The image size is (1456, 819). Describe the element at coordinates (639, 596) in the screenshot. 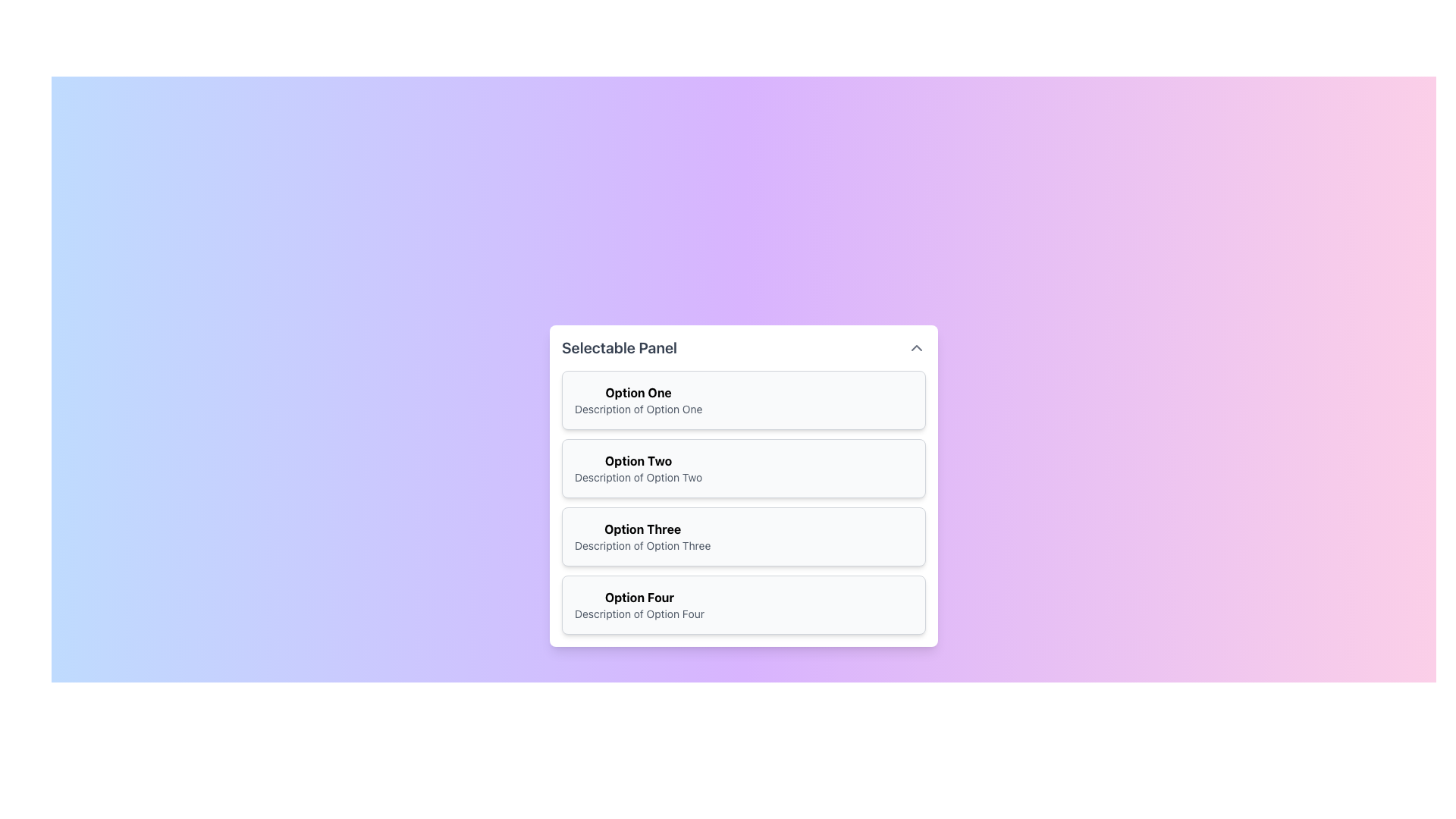

I see `text label displaying 'Option Four' located at the center of the bottom item in the selectable panel` at that location.